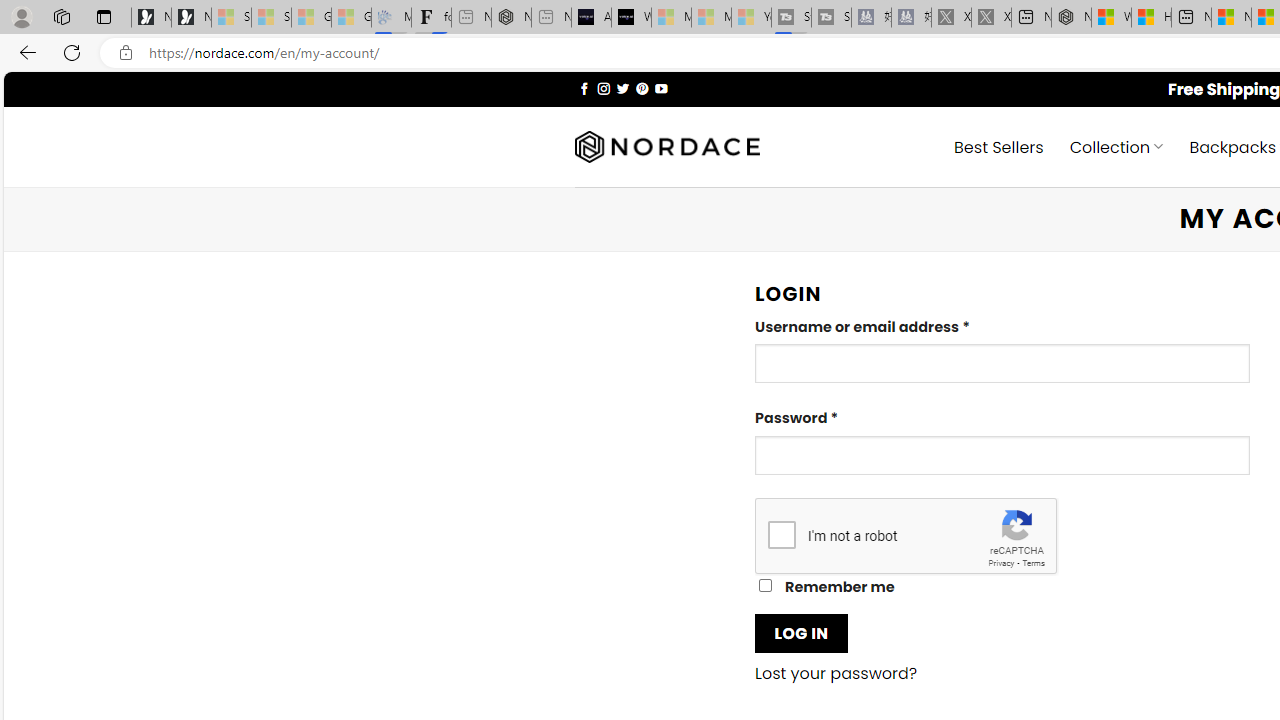 The image size is (1280, 720). I want to click on 'Huge shark washes ashore at New York City beach | Watch', so click(1151, 17).